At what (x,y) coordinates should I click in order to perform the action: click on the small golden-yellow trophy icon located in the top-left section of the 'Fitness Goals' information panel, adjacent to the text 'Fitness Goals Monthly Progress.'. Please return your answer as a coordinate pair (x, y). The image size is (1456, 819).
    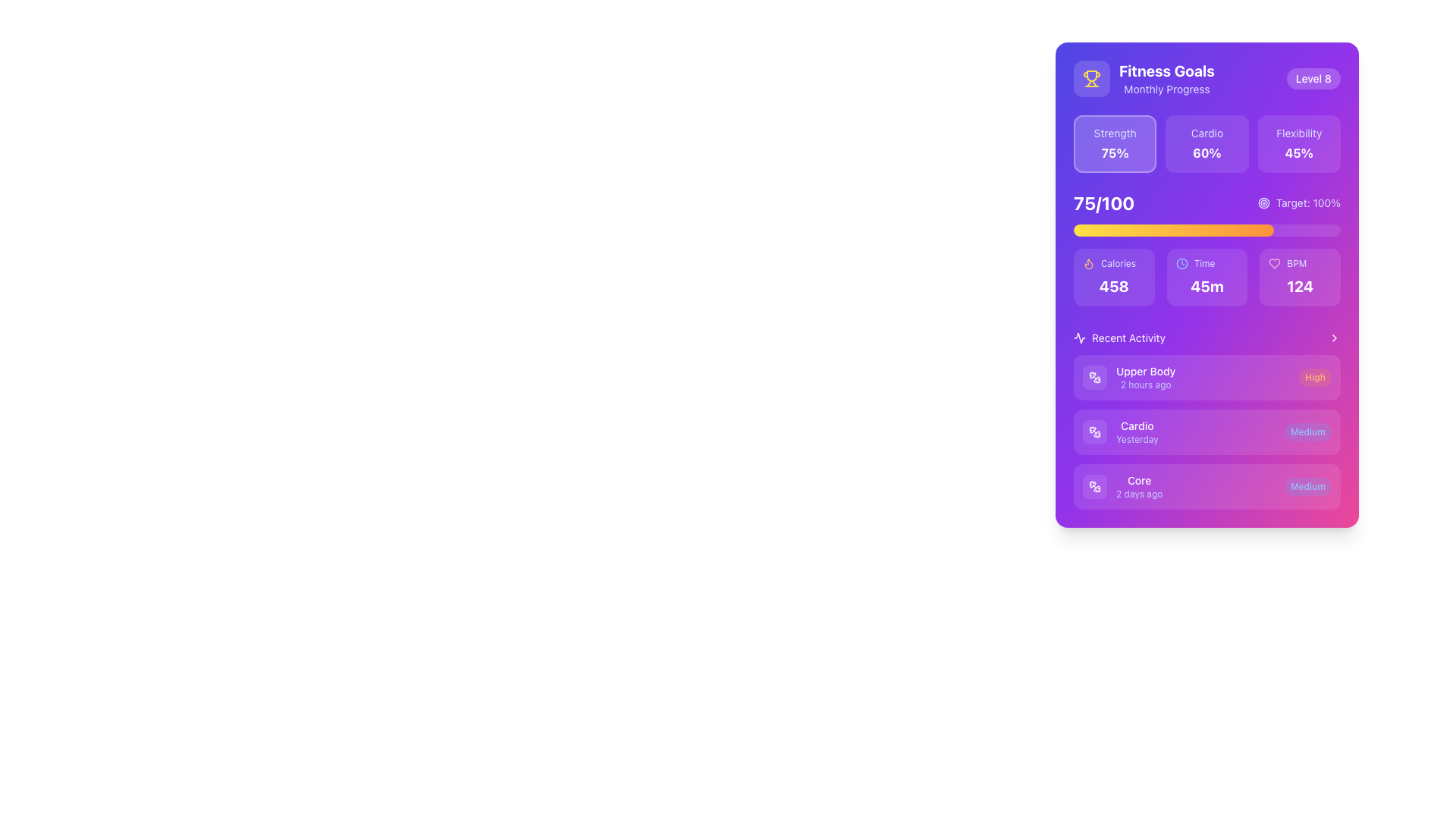
    Looking at the image, I should click on (1092, 79).